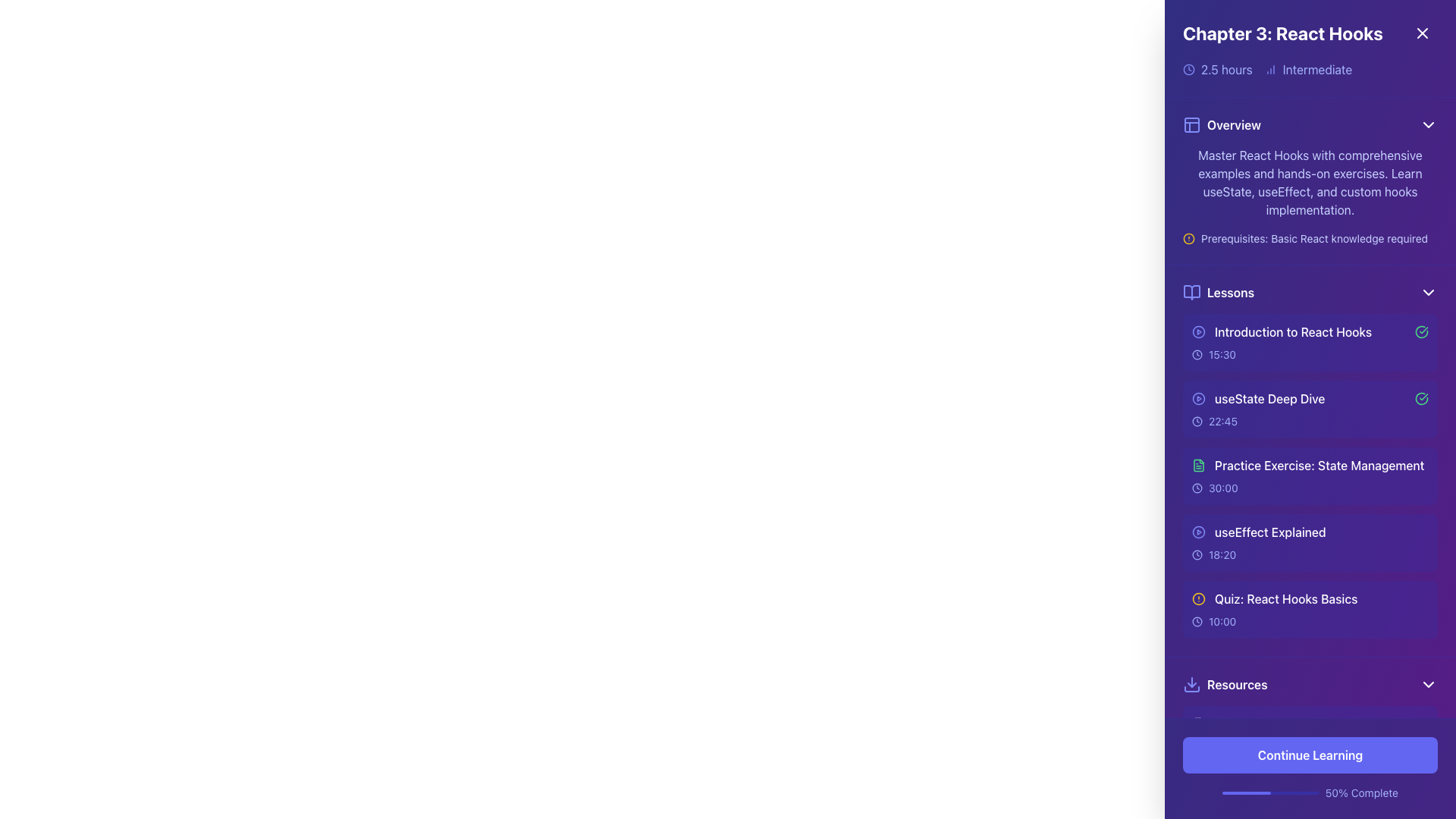 The image size is (1456, 819). Describe the element at coordinates (1219, 292) in the screenshot. I see `the Label with icon that features an open book icon and the text label 'Lessons', located in the sidebar's second section` at that location.